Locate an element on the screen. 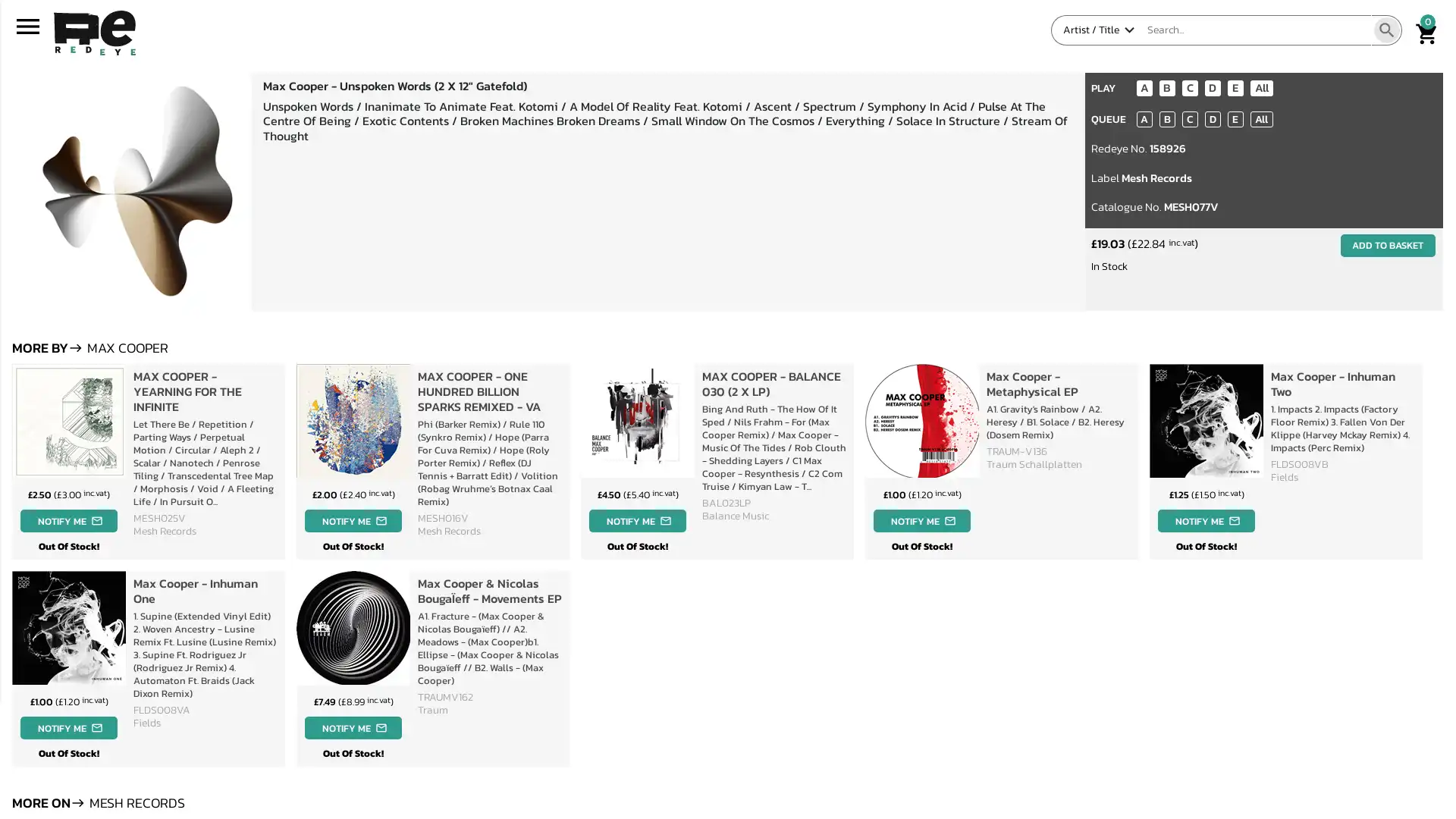  NOTIFY ME mail_outline is located at coordinates (67, 726).